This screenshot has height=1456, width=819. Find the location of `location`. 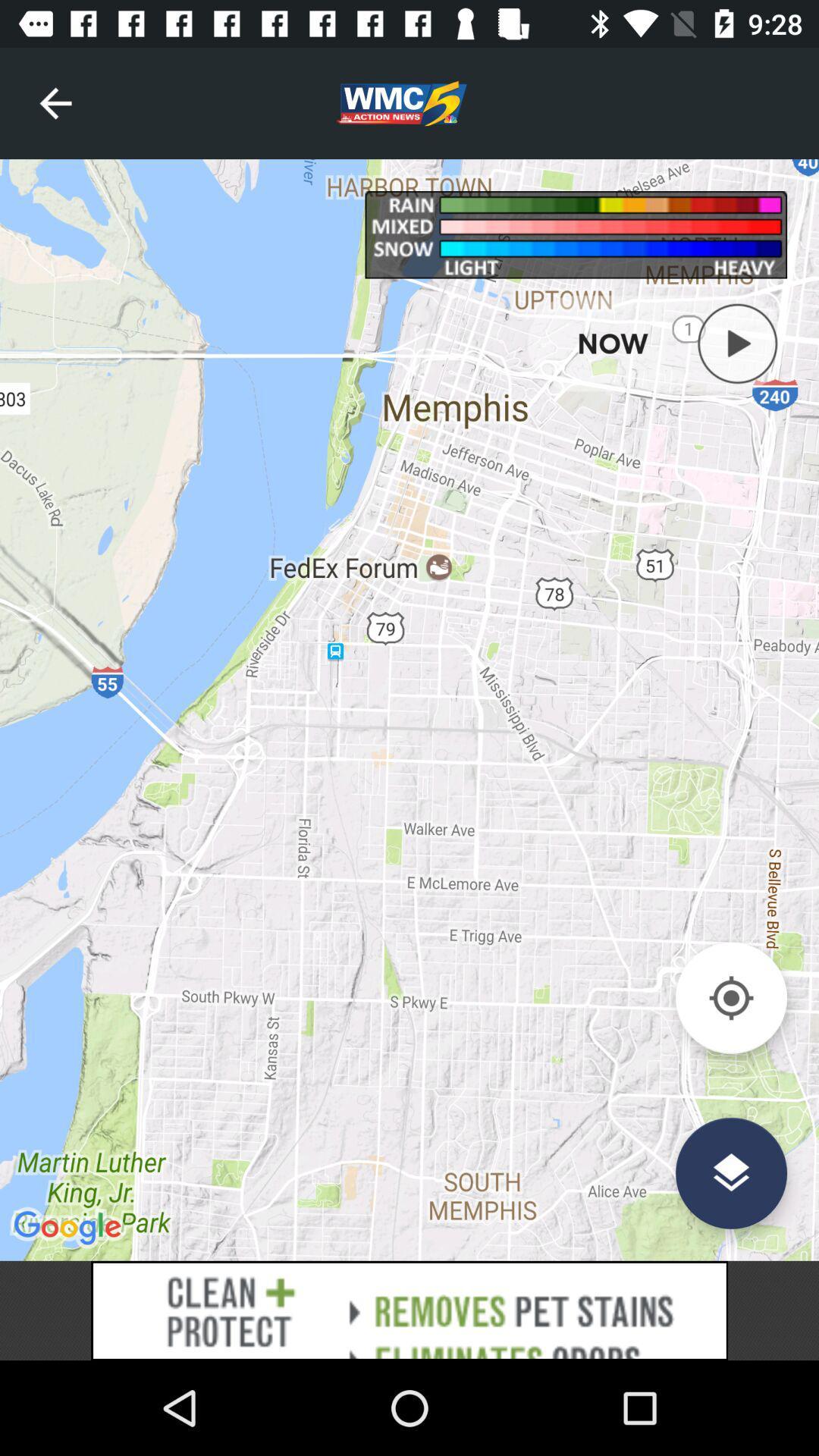

location is located at coordinates (730, 998).